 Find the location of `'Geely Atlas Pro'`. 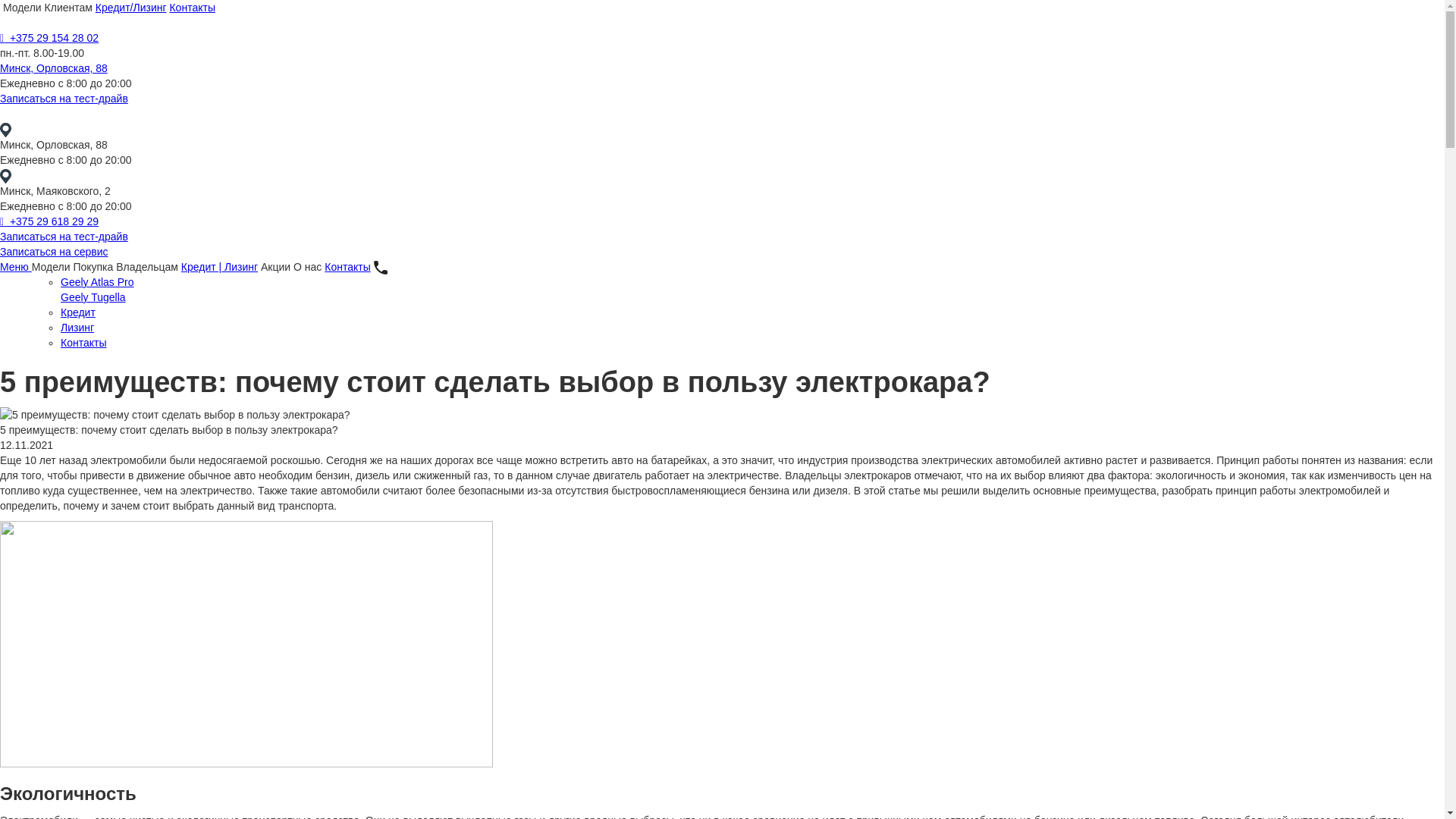

'Geely Atlas Pro' is located at coordinates (96, 281).